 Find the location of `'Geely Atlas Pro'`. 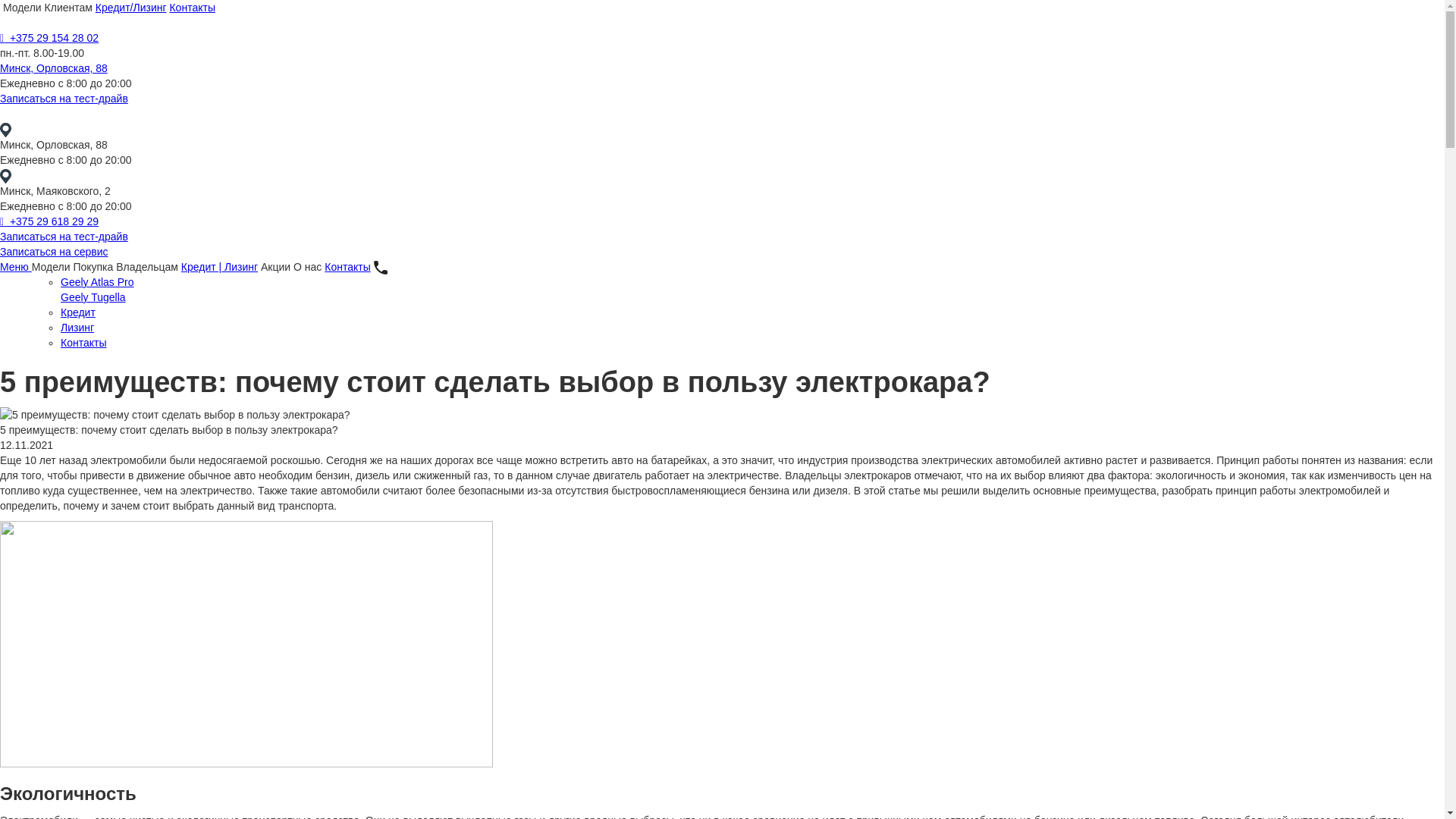

'Geely Atlas Pro' is located at coordinates (96, 281).